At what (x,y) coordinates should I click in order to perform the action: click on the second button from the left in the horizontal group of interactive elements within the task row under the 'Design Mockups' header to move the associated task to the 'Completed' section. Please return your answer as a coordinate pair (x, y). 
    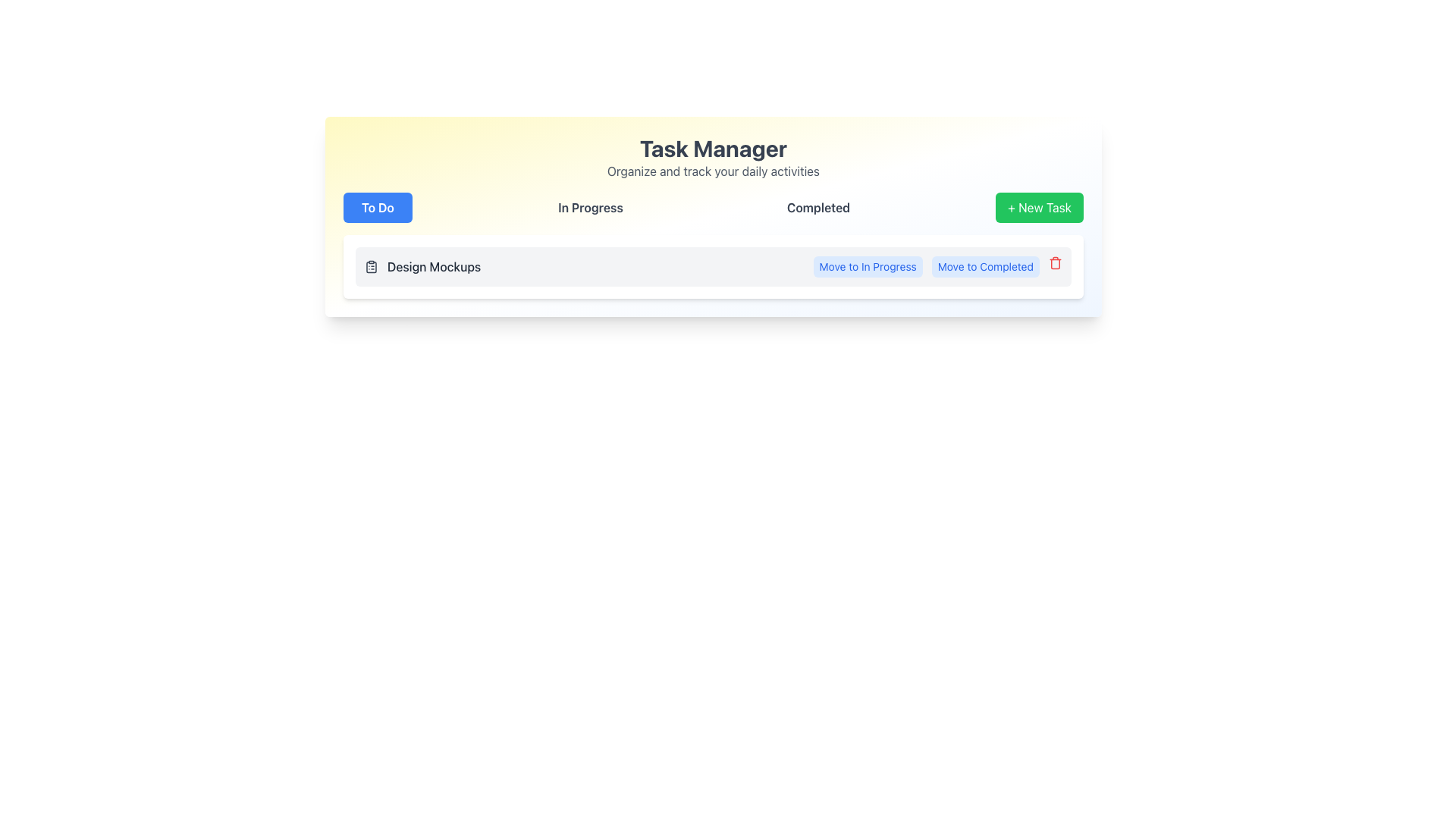
    Looking at the image, I should click on (985, 265).